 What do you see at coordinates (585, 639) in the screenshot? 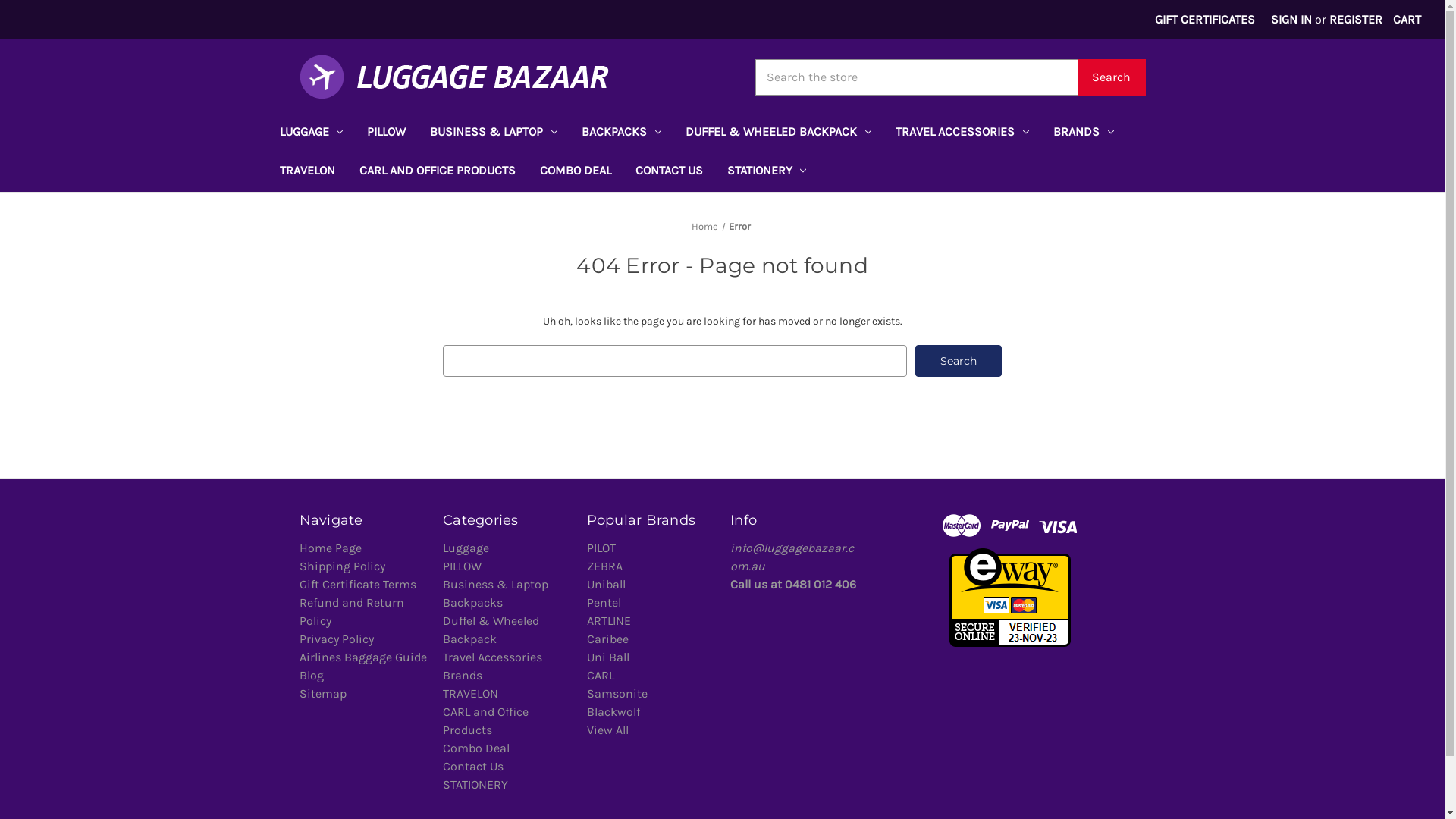
I see `'Caribee'` at bounding box center [585, 639].